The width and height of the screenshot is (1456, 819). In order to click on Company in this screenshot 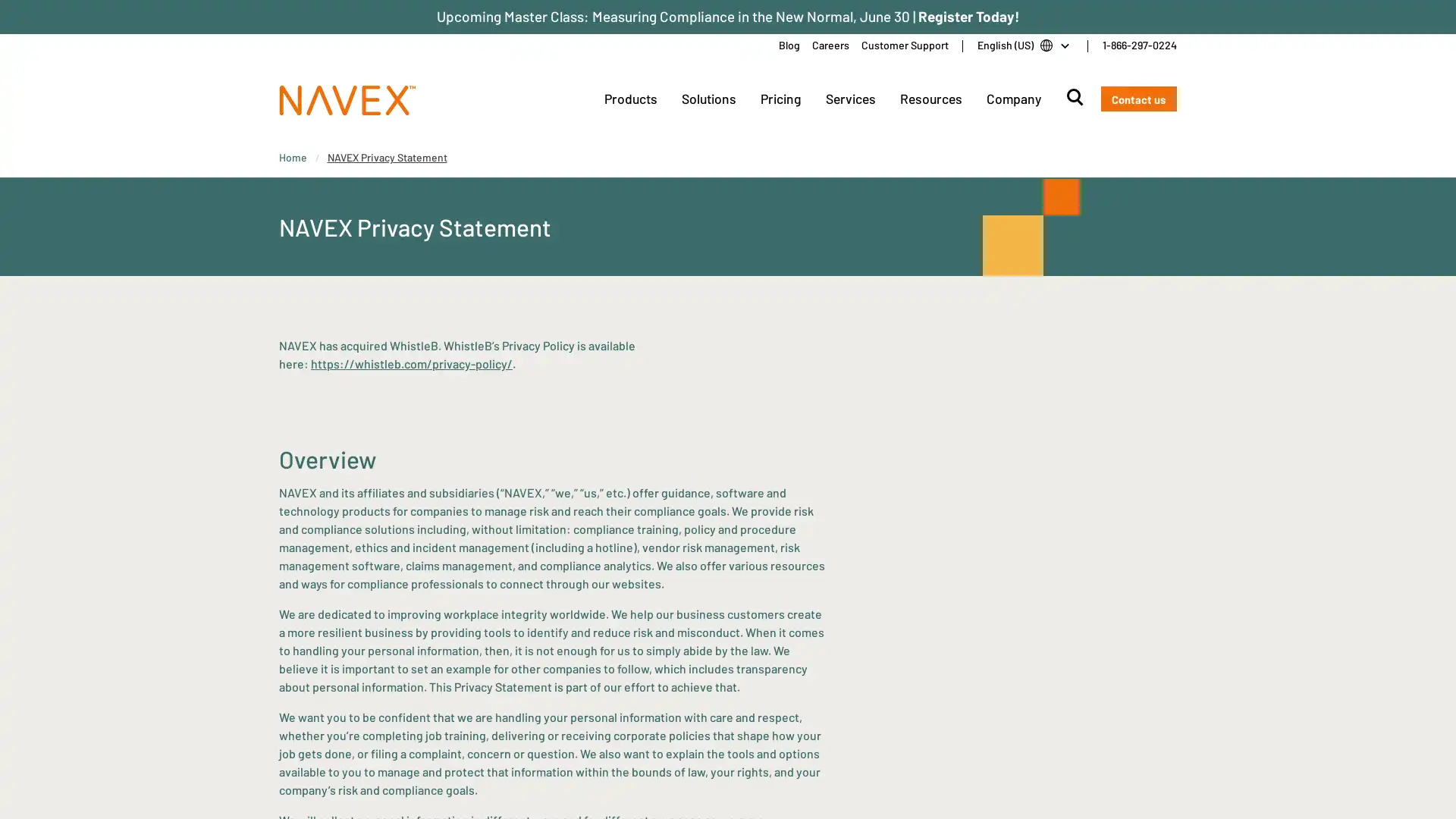, I will do `click(1012, 99)`.